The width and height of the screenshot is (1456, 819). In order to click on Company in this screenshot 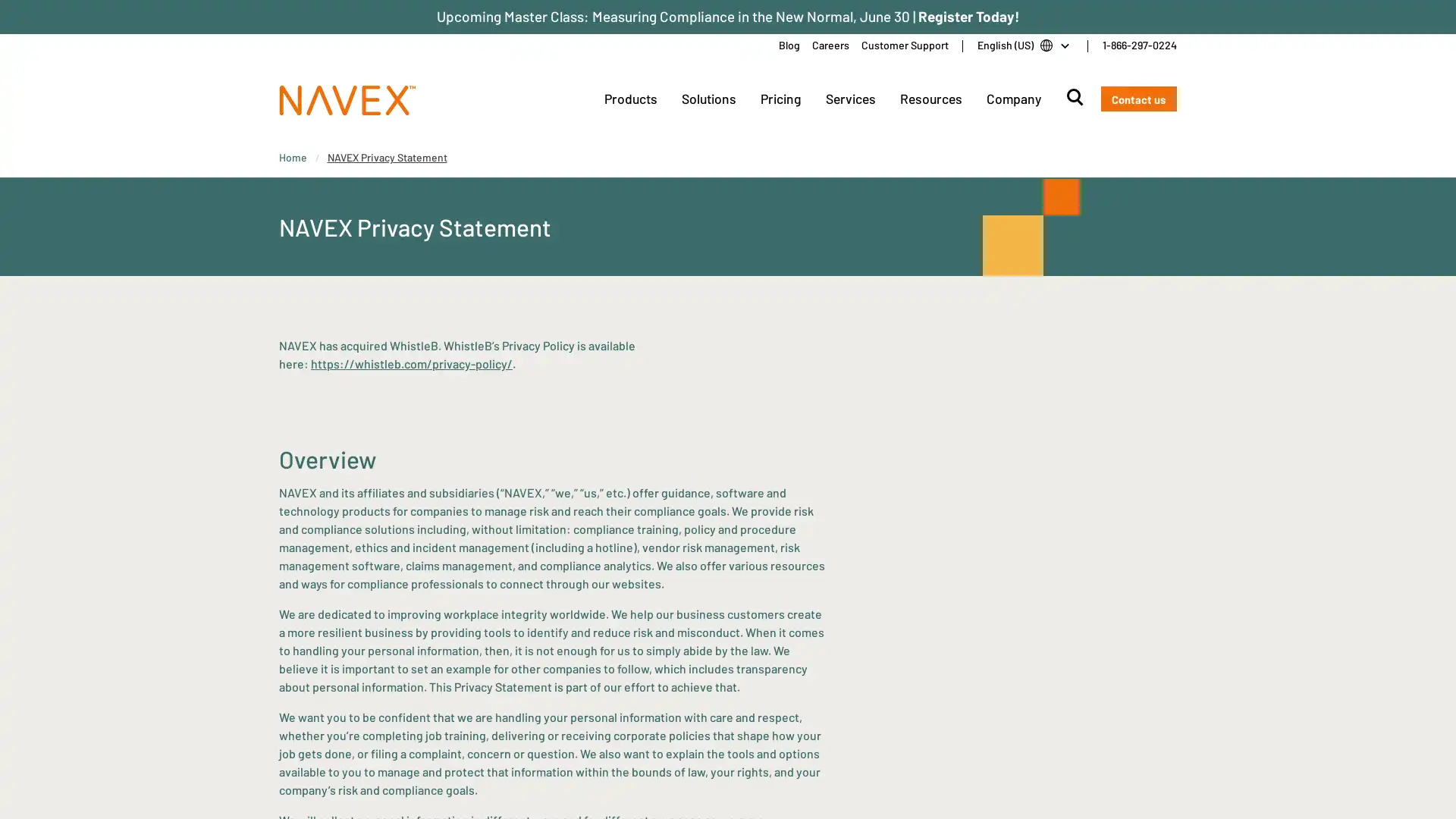, I will do `click(1012, 99)`.